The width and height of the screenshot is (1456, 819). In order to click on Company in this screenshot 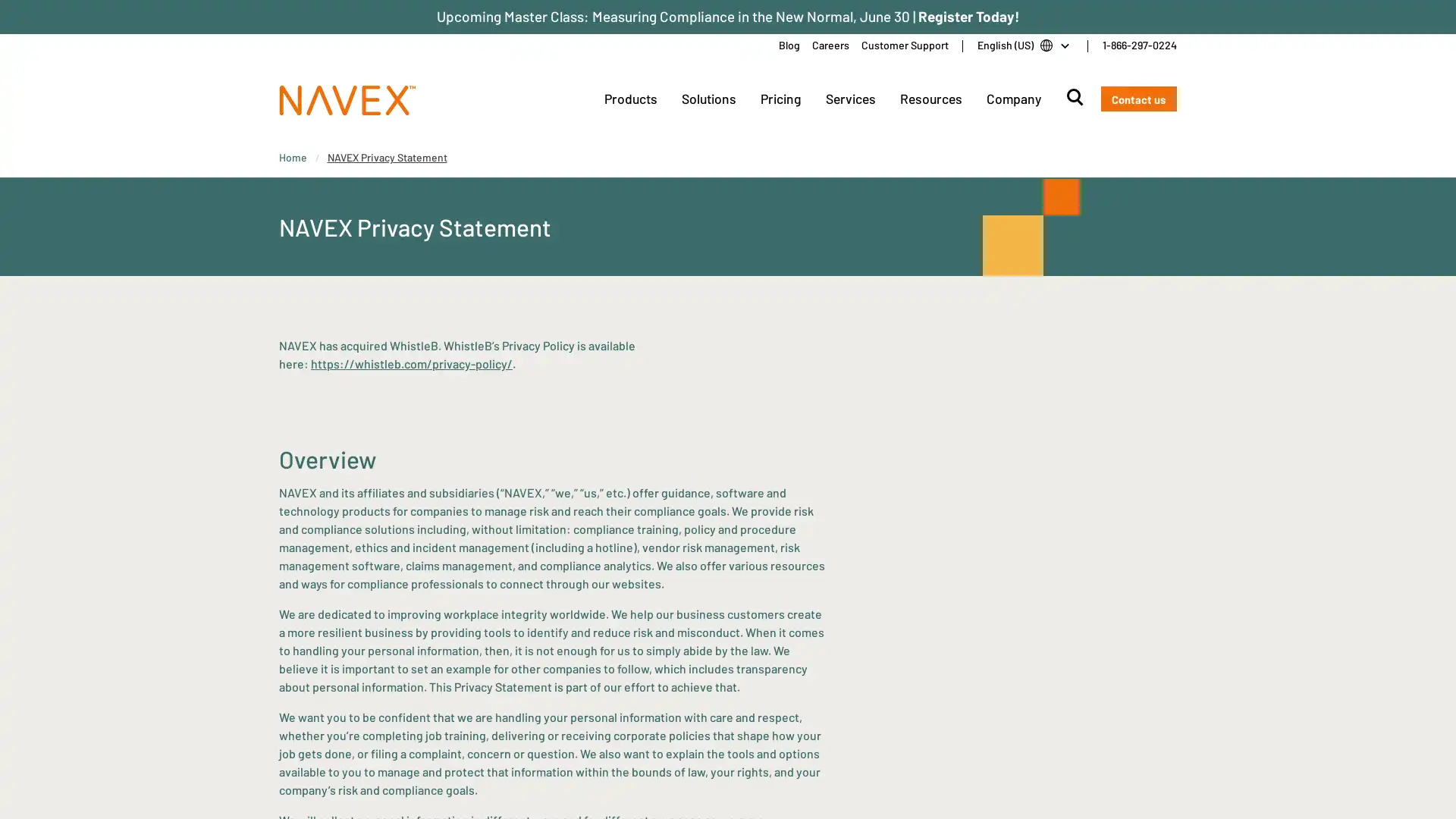, I will do `click(1012, 99)`.